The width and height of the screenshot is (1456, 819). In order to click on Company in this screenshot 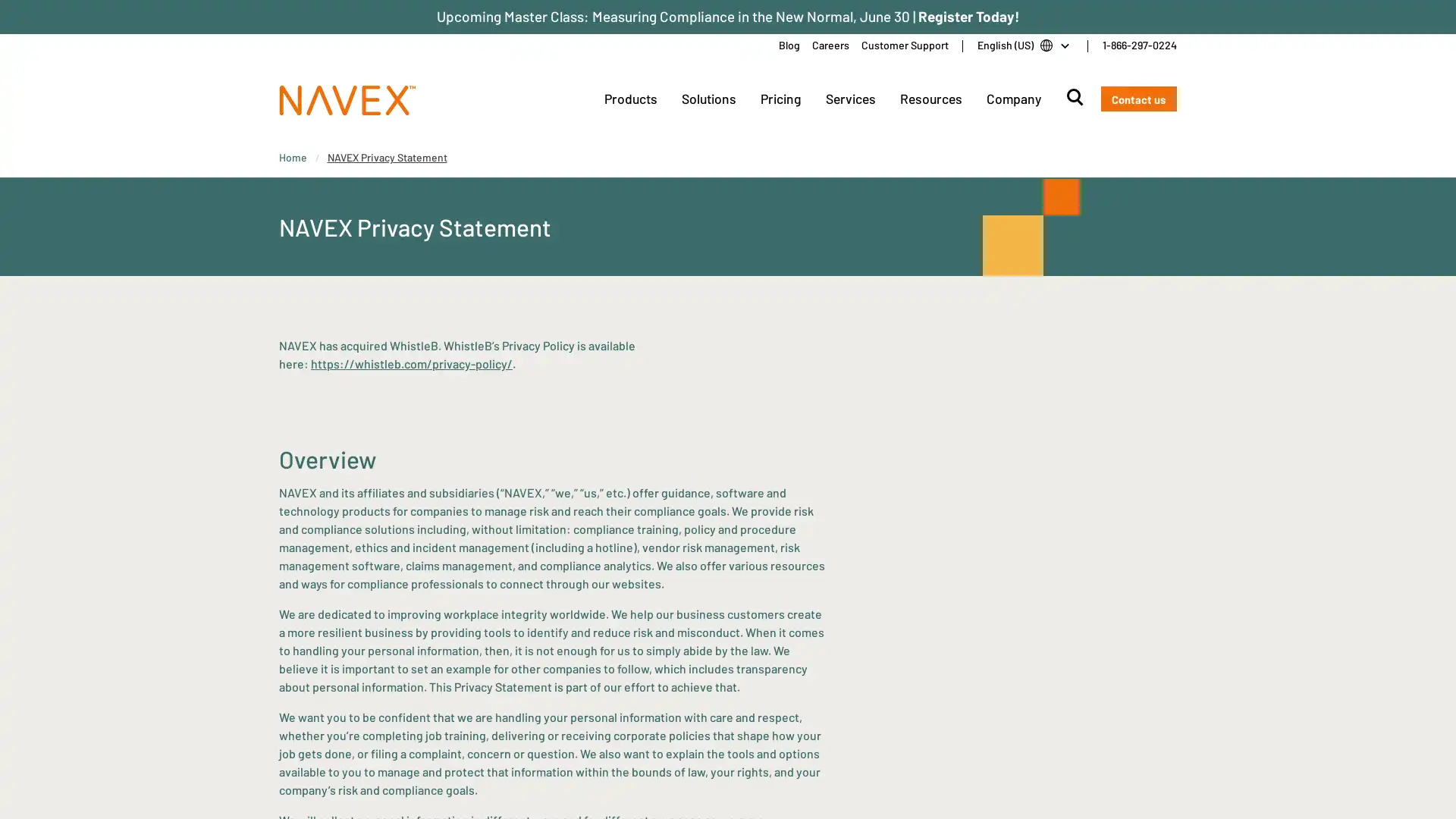, I will do `click(1012, 99)`.